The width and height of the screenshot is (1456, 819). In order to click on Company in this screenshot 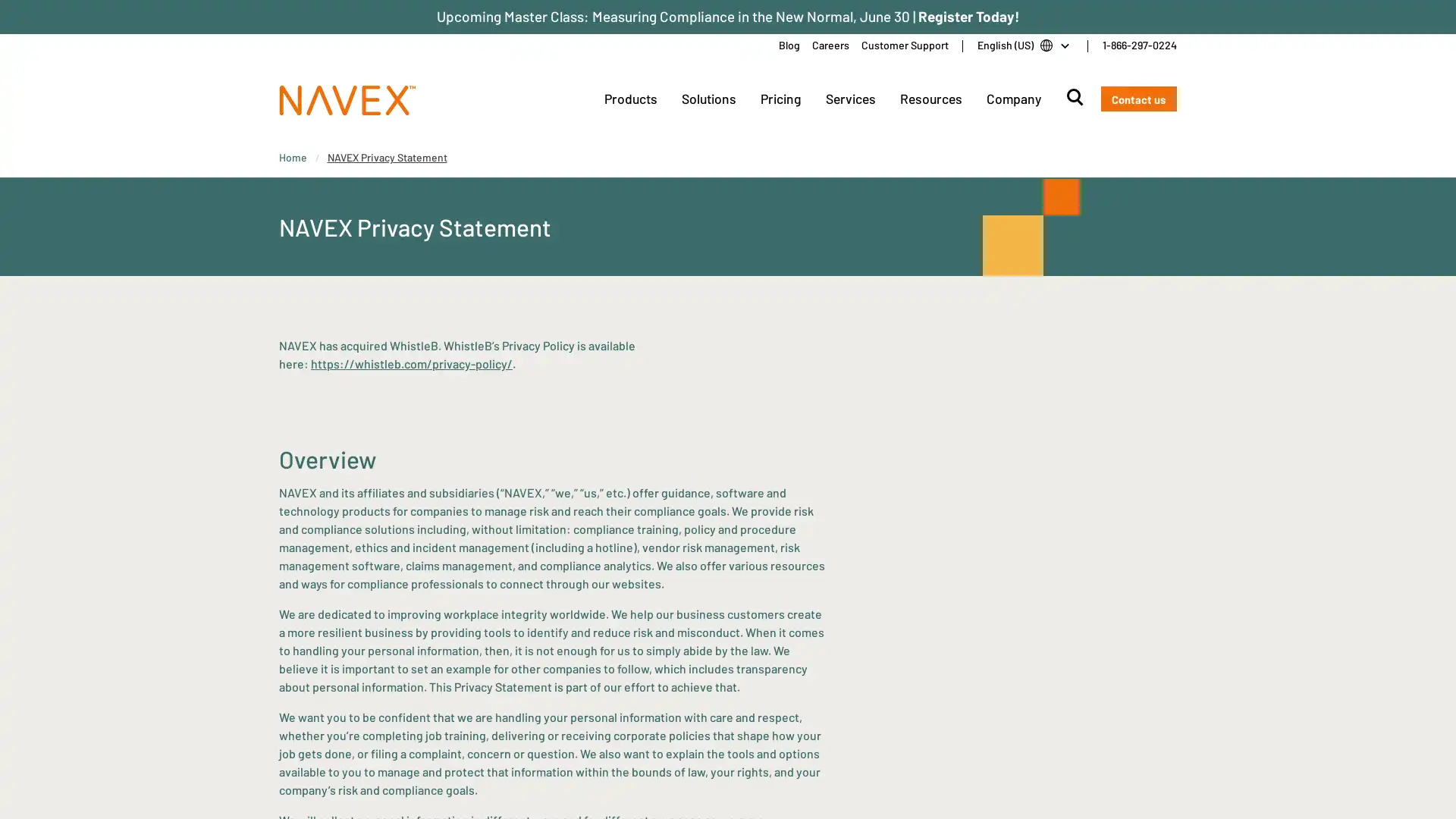, I will do `click(1012, 99)`.